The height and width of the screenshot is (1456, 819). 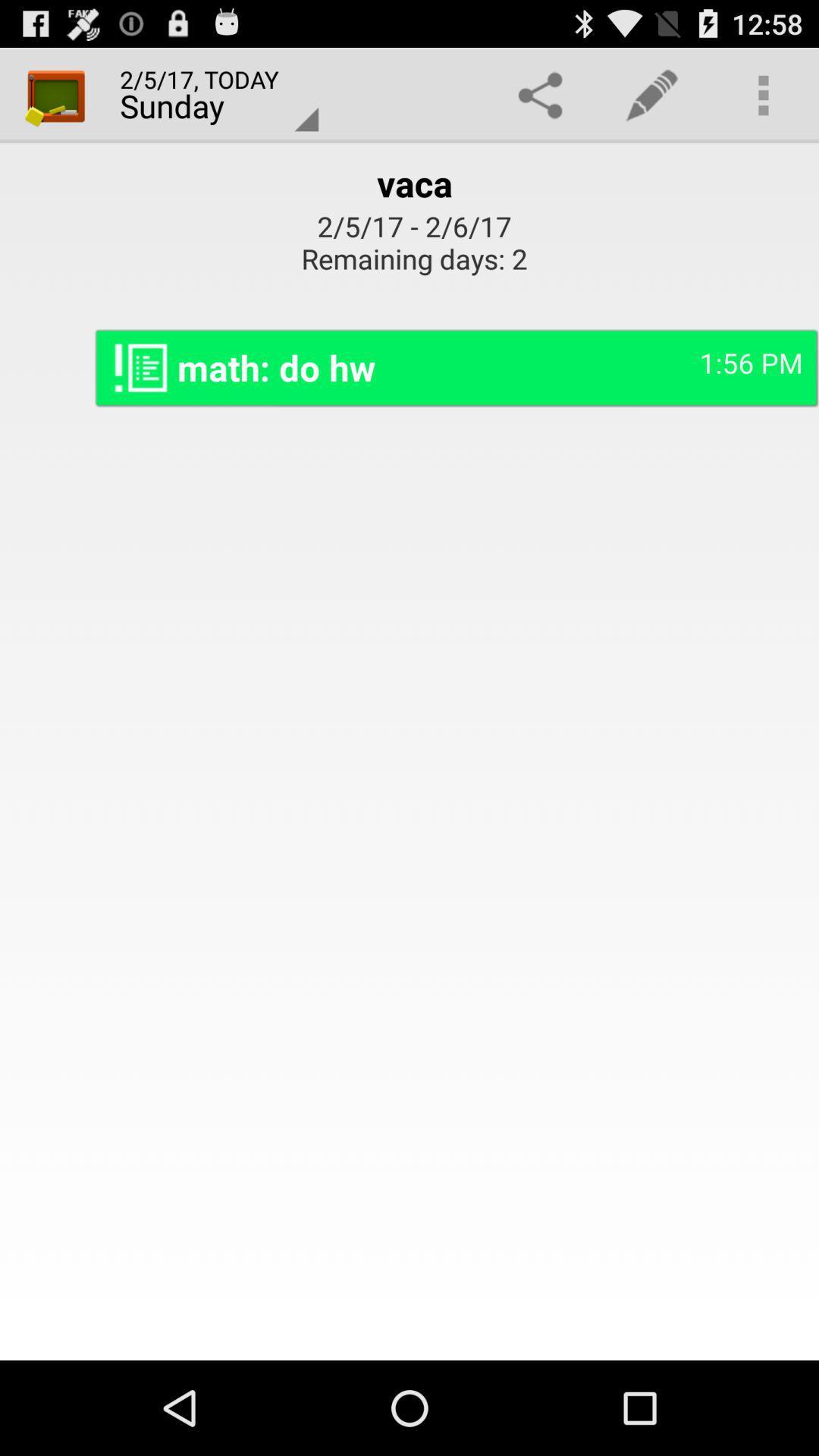 I want to click on the green color icon on the top left corner, so click(x=55, y=94).